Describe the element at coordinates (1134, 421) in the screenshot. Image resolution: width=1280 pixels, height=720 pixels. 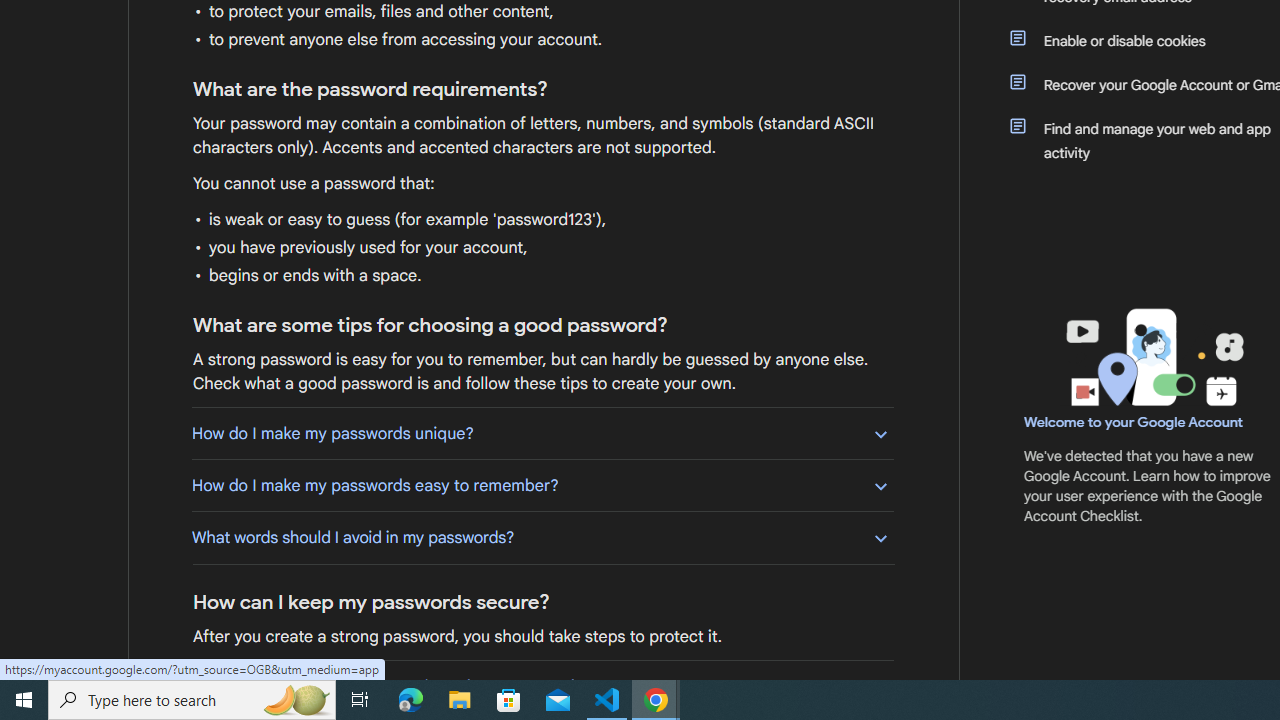
I see `'Welcome to your Google Account'` at that location.